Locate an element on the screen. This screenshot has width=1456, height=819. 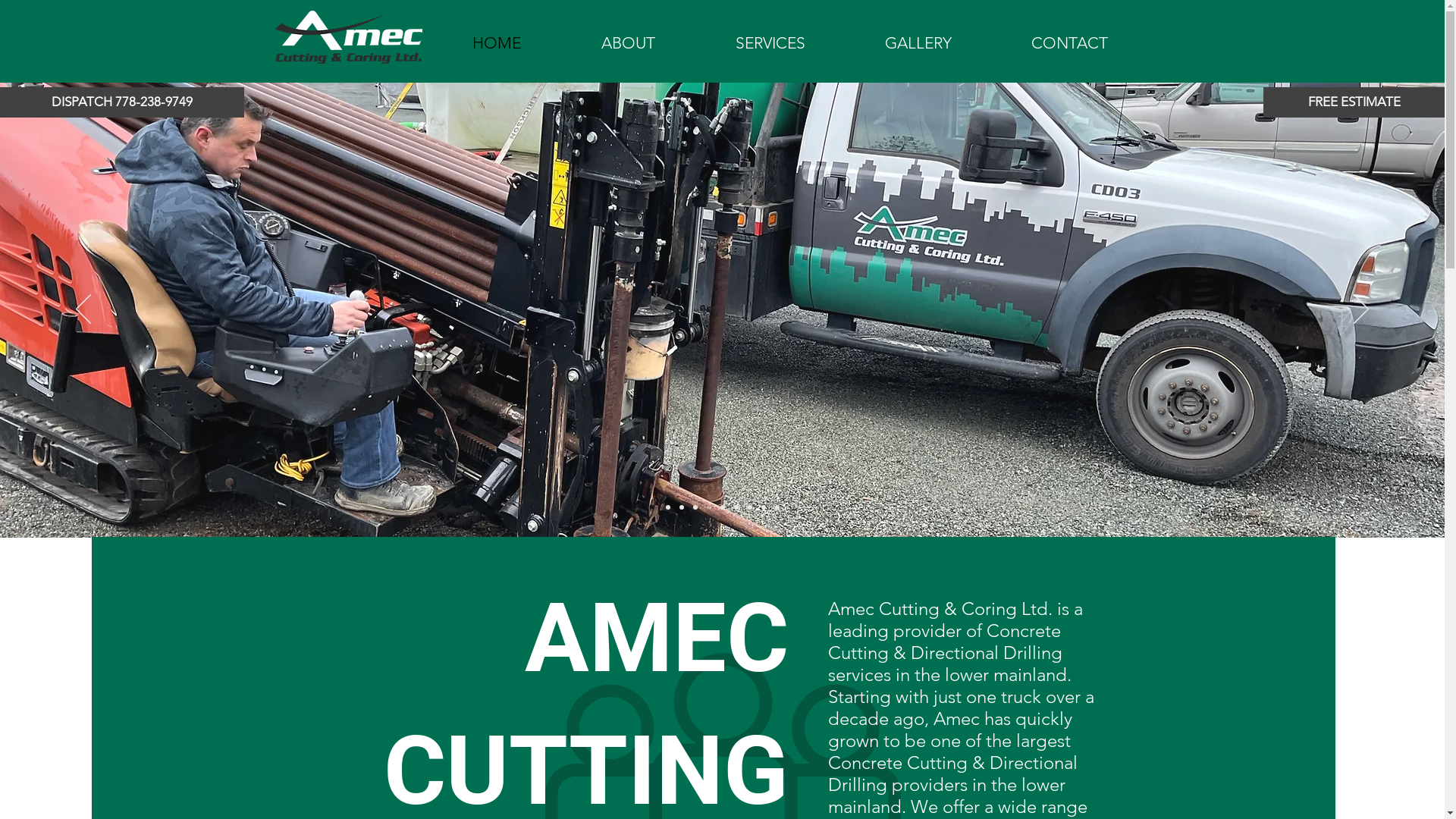
'HOME' is located at coordinates (496, 42).